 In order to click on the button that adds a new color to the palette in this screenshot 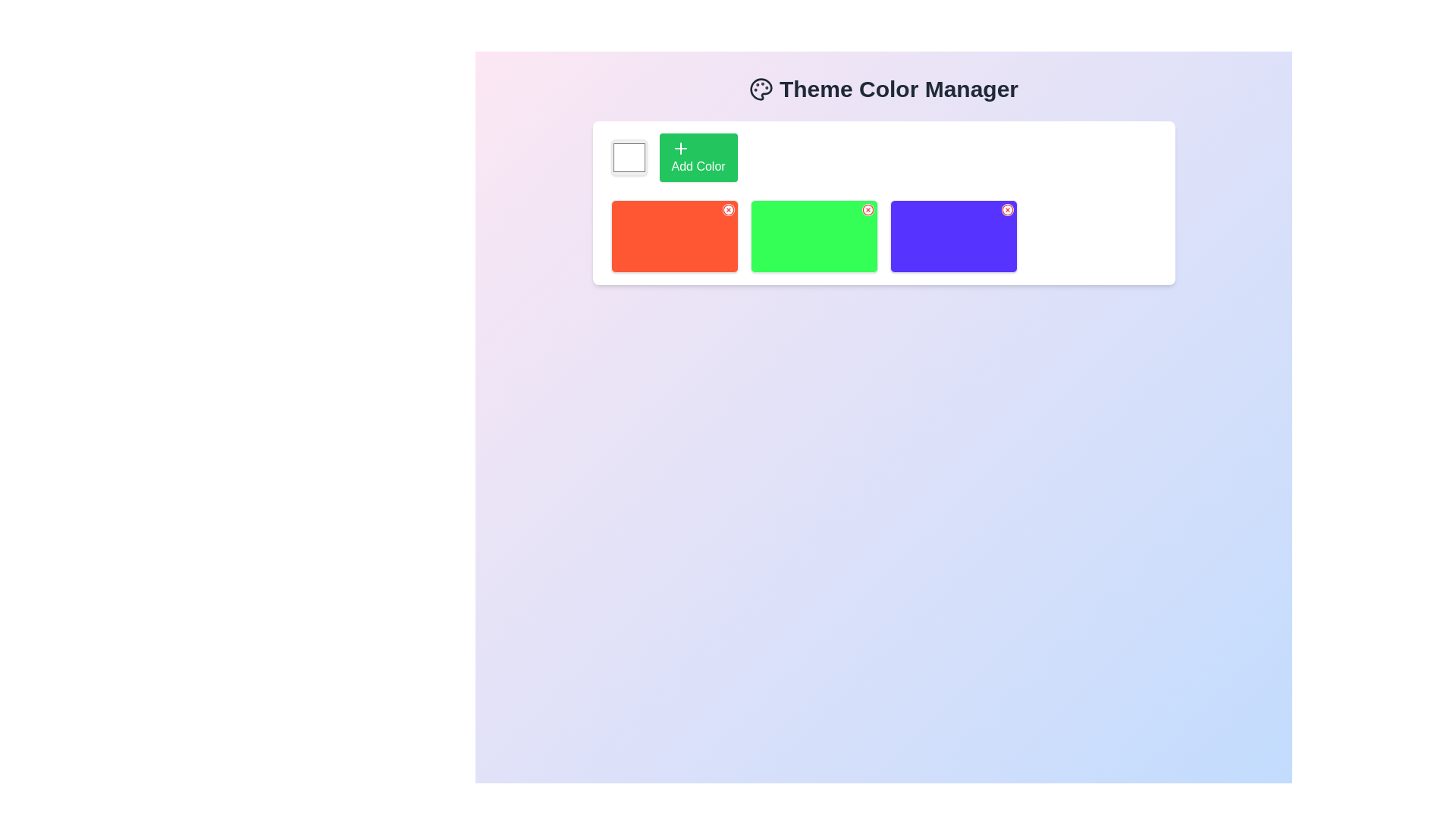, I will do `click(698, 158)`.